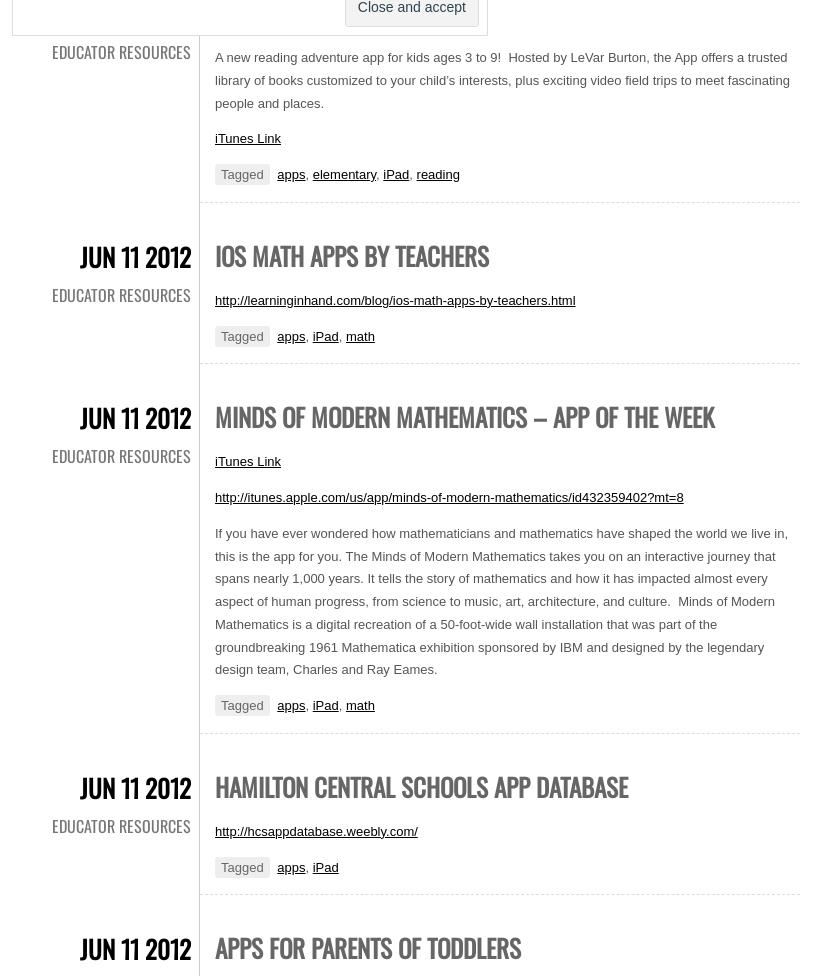 The height and width of the screenshot is (976, 820). Describe the element at coordinates (214, 415) in the screenshot. I see `'Minds of Modern Mathematics – App of the Week'` at that location.